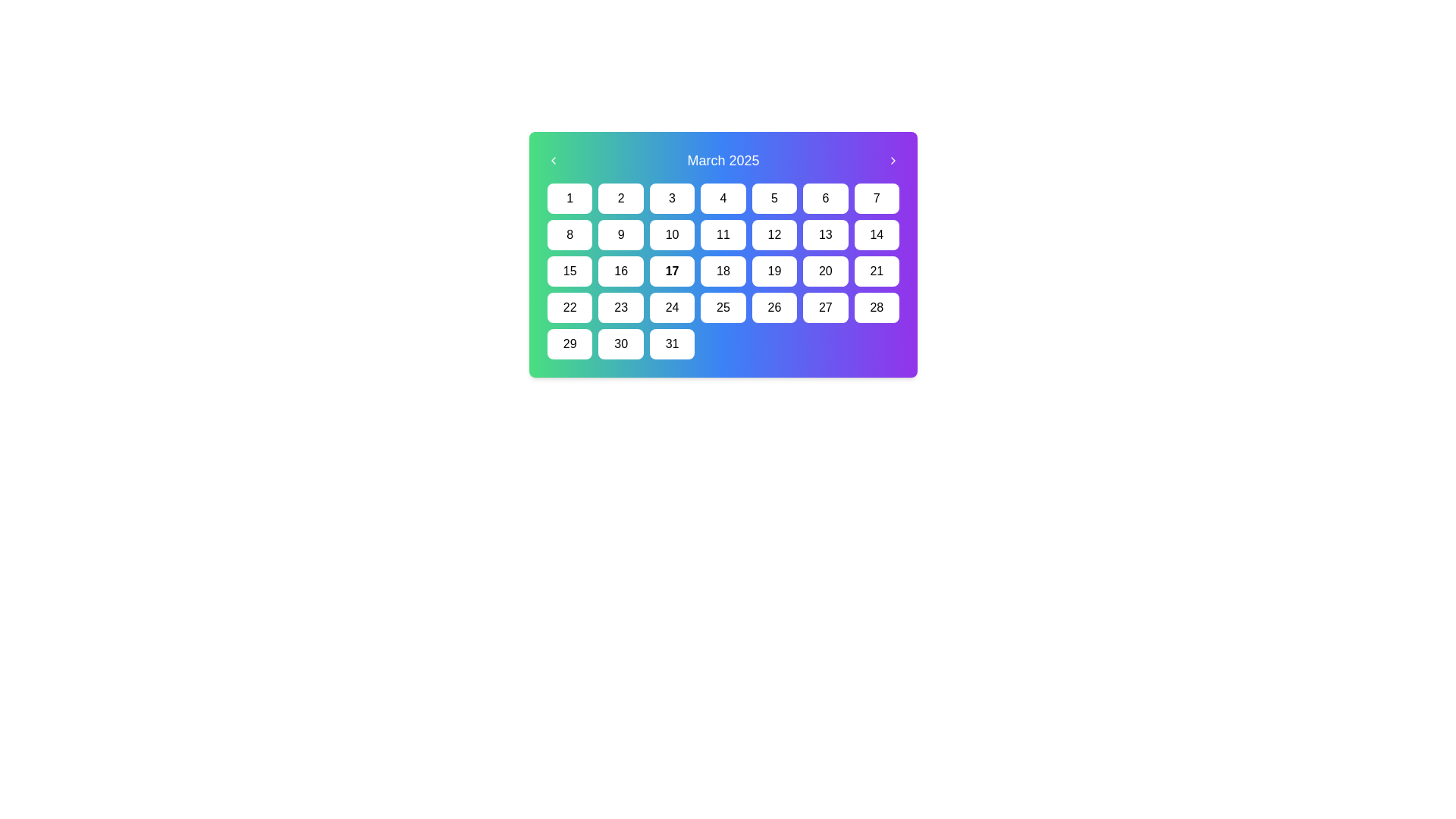 This screenshot has height=819, width=1456. Describe the element at coordinates (671, 271) in the screenshot. I see `the clickable calendar day cell representing the 17th day in the calendar month` at that location.